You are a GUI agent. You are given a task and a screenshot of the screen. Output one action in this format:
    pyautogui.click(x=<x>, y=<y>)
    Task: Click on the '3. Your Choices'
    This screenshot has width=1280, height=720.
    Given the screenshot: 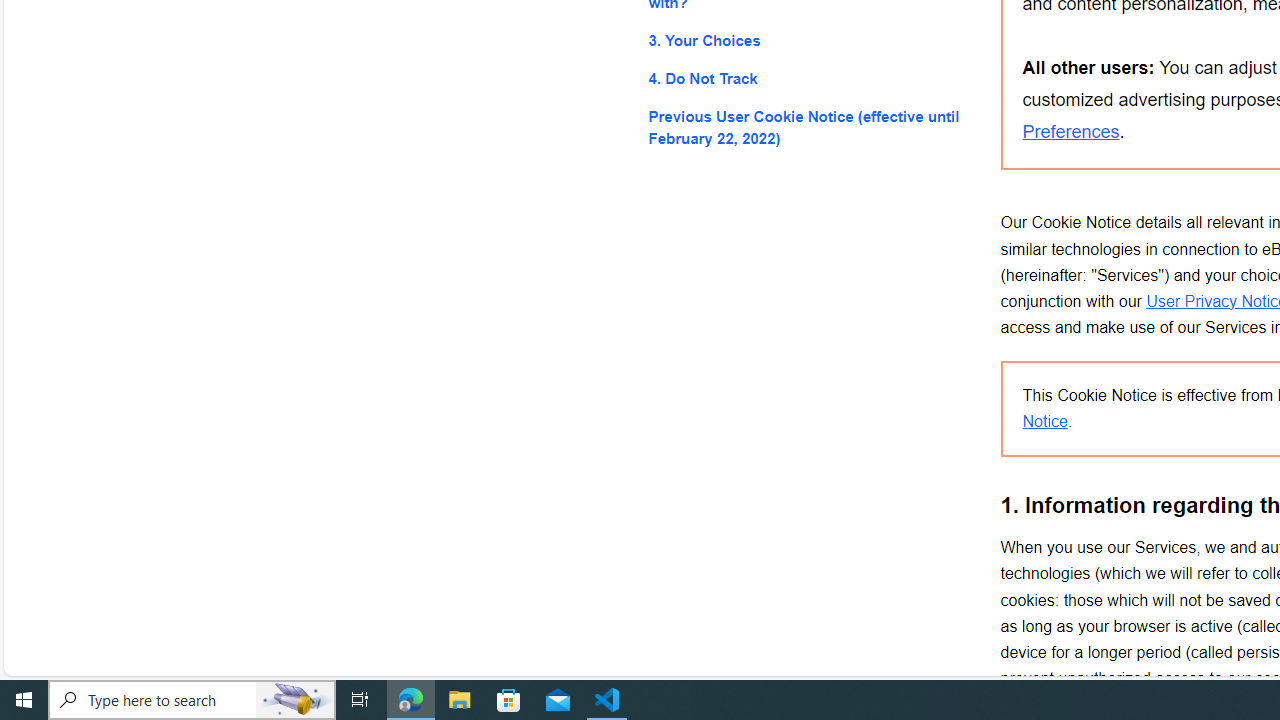 What is the action you would take?
    pyautogui.click(x=808, y=40)
    